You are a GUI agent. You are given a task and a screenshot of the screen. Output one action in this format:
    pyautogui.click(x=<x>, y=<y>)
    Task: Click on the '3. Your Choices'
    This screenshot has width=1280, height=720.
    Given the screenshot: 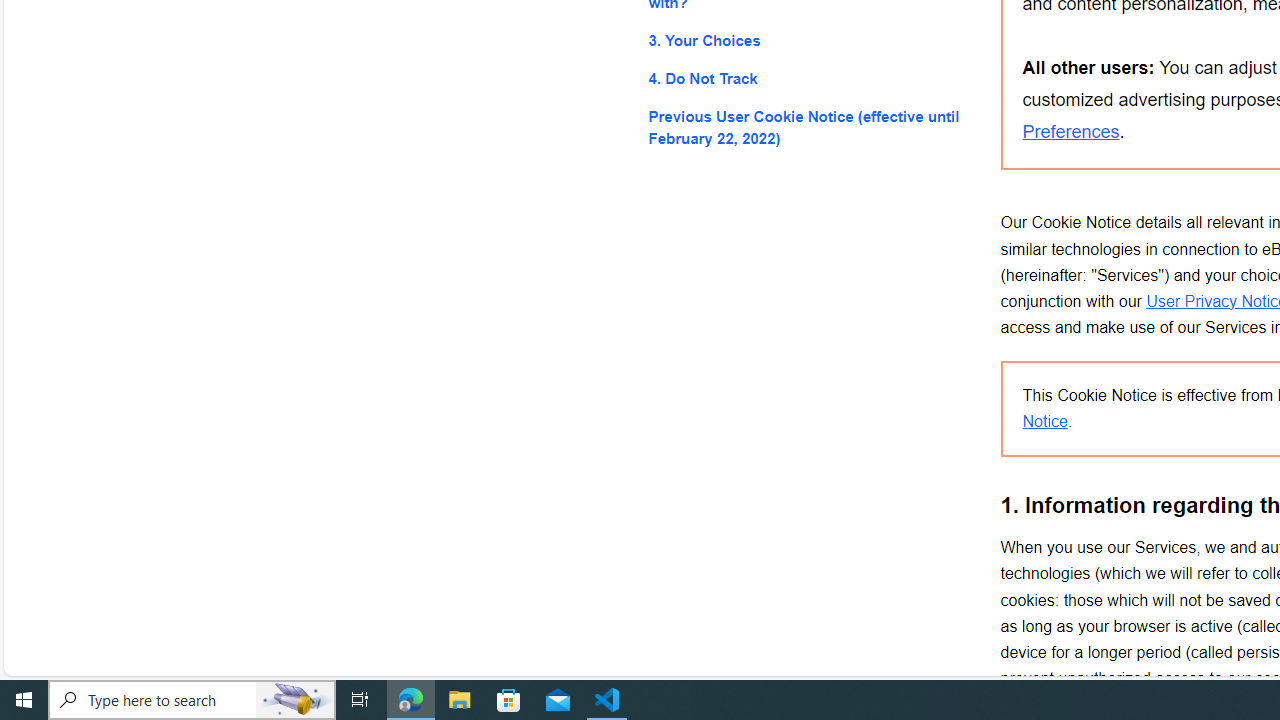 What is the action you would take?
    pyautogui.click(x=808, y=40)
    